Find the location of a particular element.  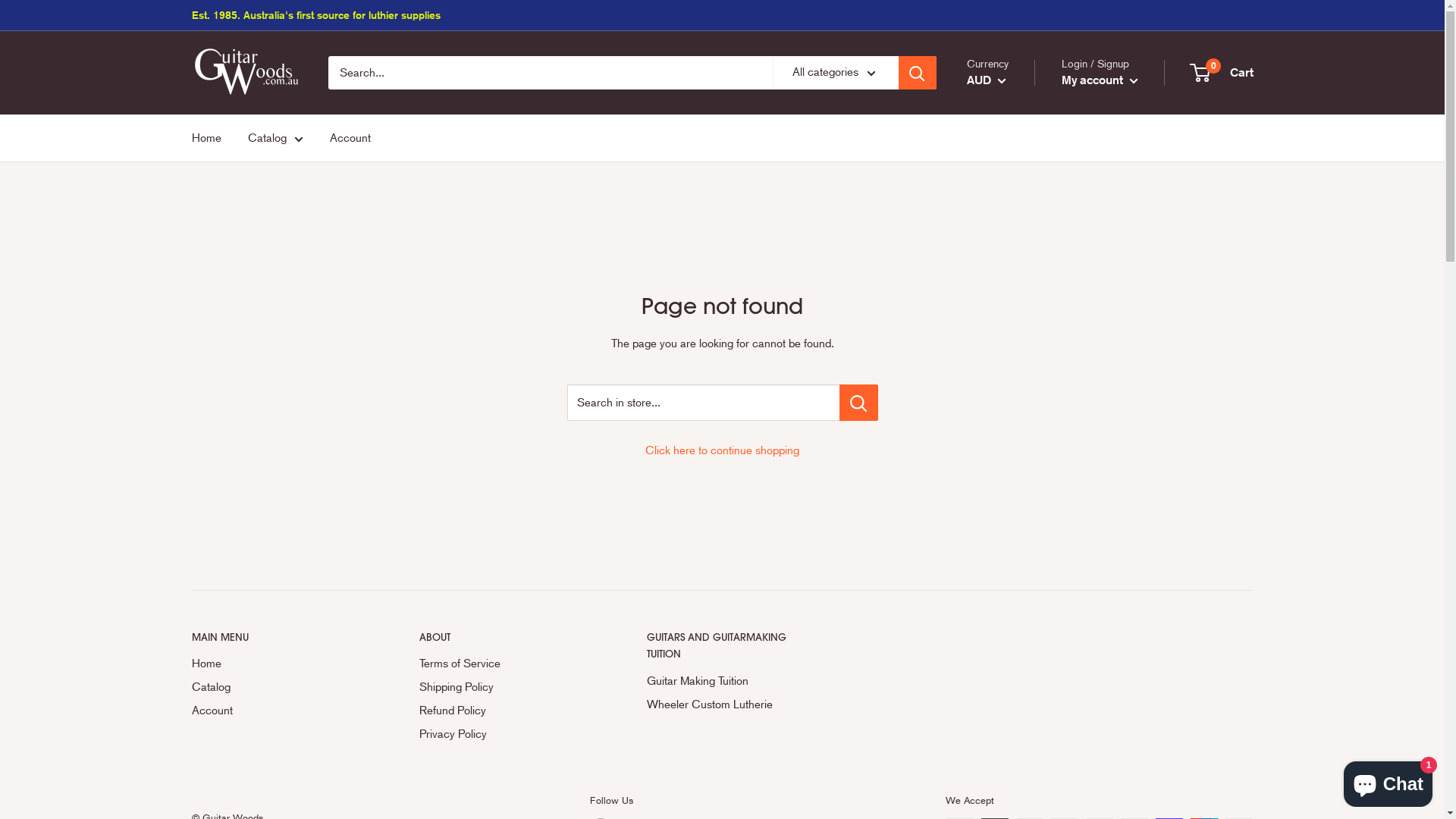

'Privacy Policy' is located at coordinates (506, 733).